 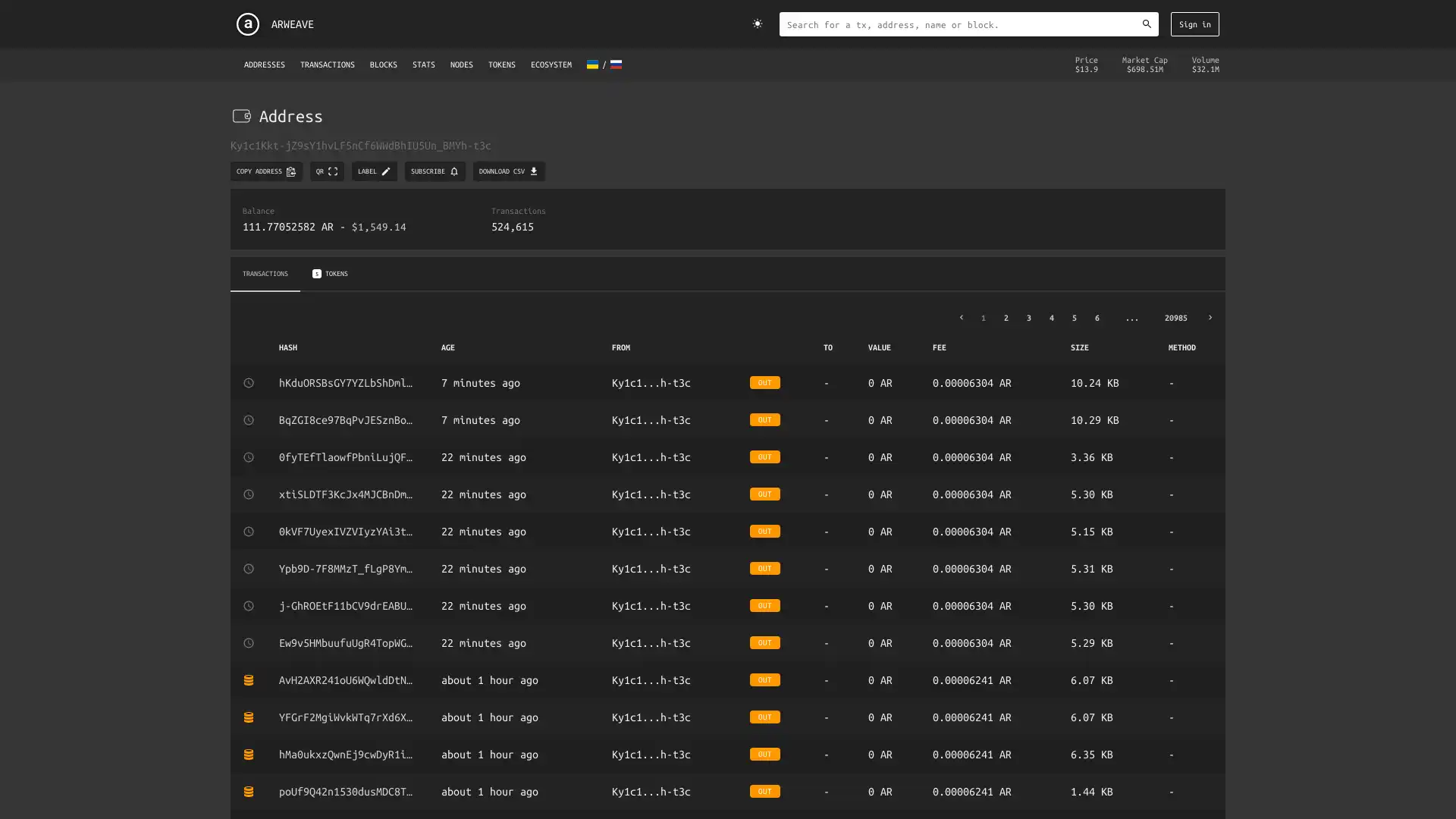 What do you see at coordinates (1028, 315) in the screenshot?
I see `Page 3` at bounding box center [1028, 315].